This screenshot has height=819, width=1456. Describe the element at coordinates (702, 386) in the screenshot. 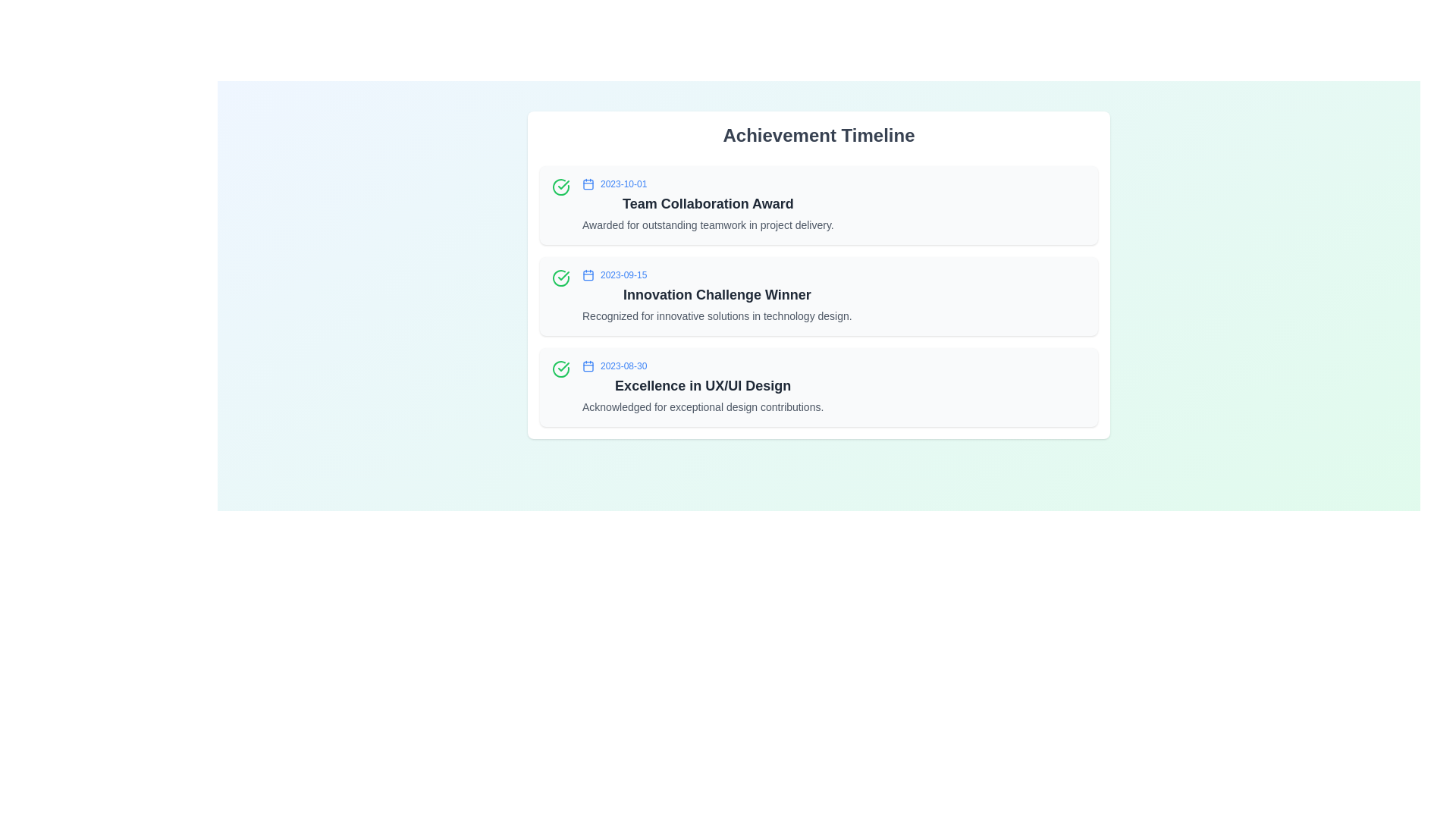

I see `and comprehend the achievement detail element displaying 'Excellence in UX/UI Design' and its description in the bottom-most card of the Achievement Timeline section` at that location.